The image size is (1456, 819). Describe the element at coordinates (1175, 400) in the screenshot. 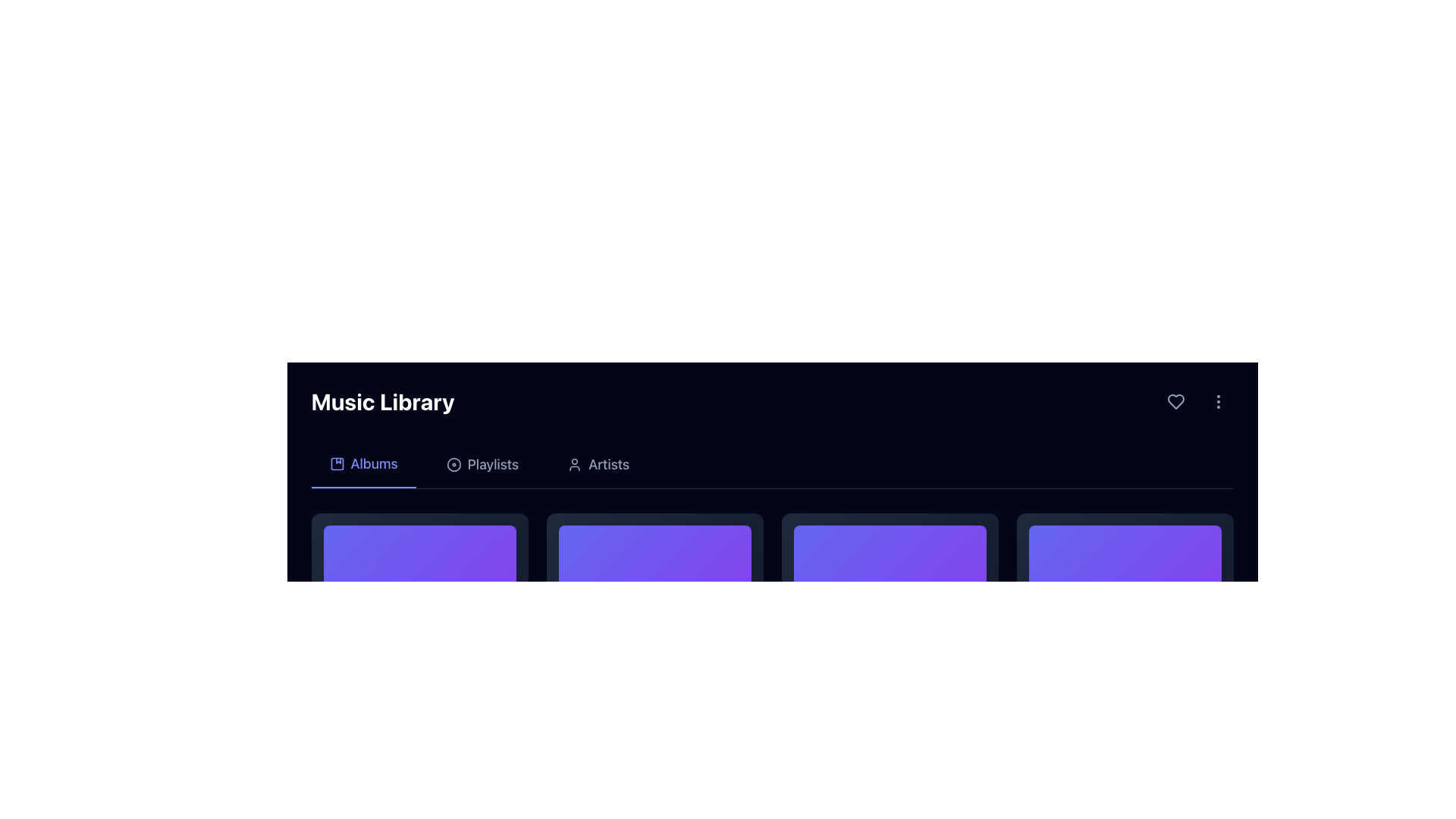

I see `the heart icon located at the top right corner of the interface, adjacent to the vertical ellipsis icon` at that location.